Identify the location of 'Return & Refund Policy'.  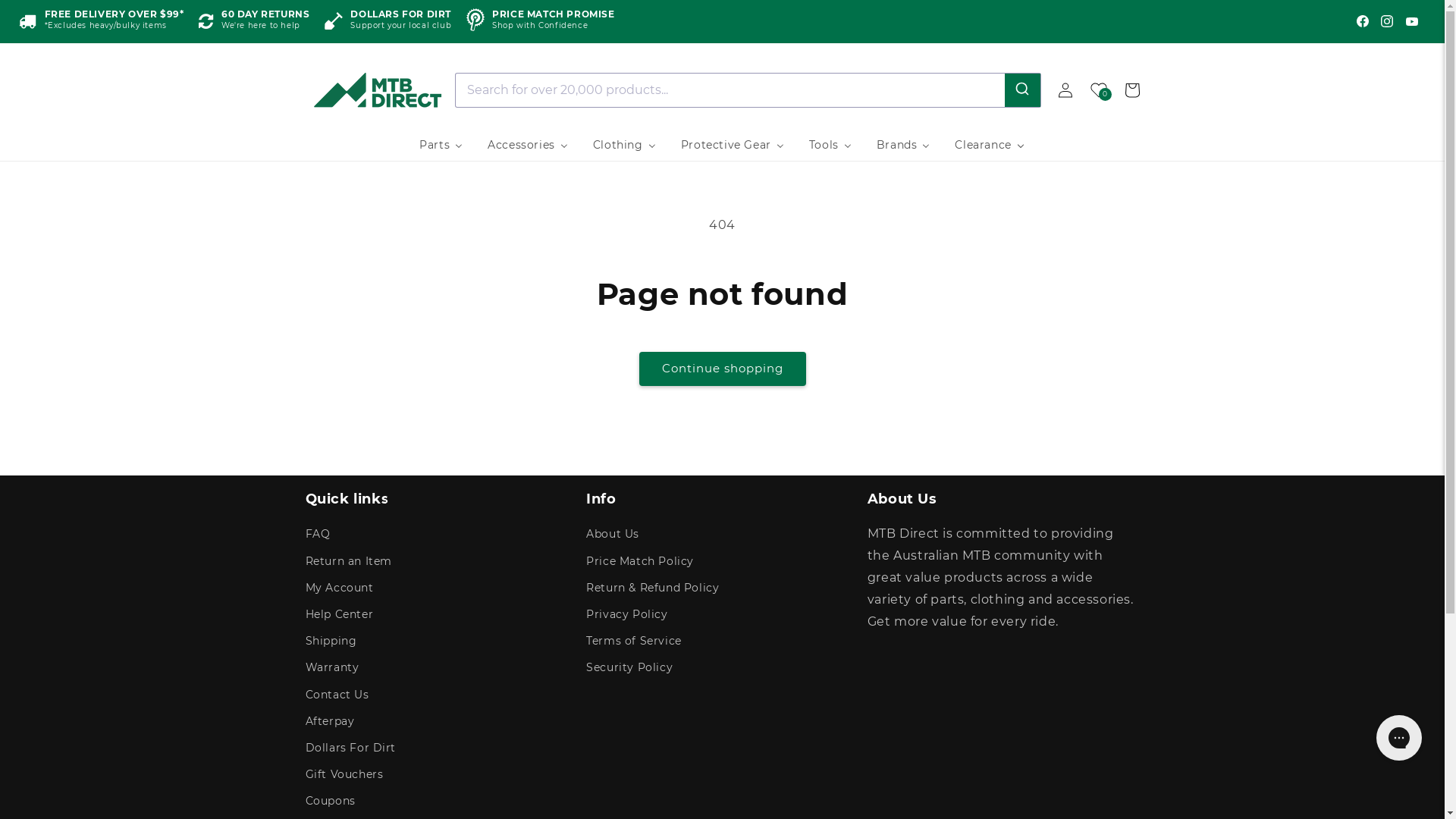
(652, 587).